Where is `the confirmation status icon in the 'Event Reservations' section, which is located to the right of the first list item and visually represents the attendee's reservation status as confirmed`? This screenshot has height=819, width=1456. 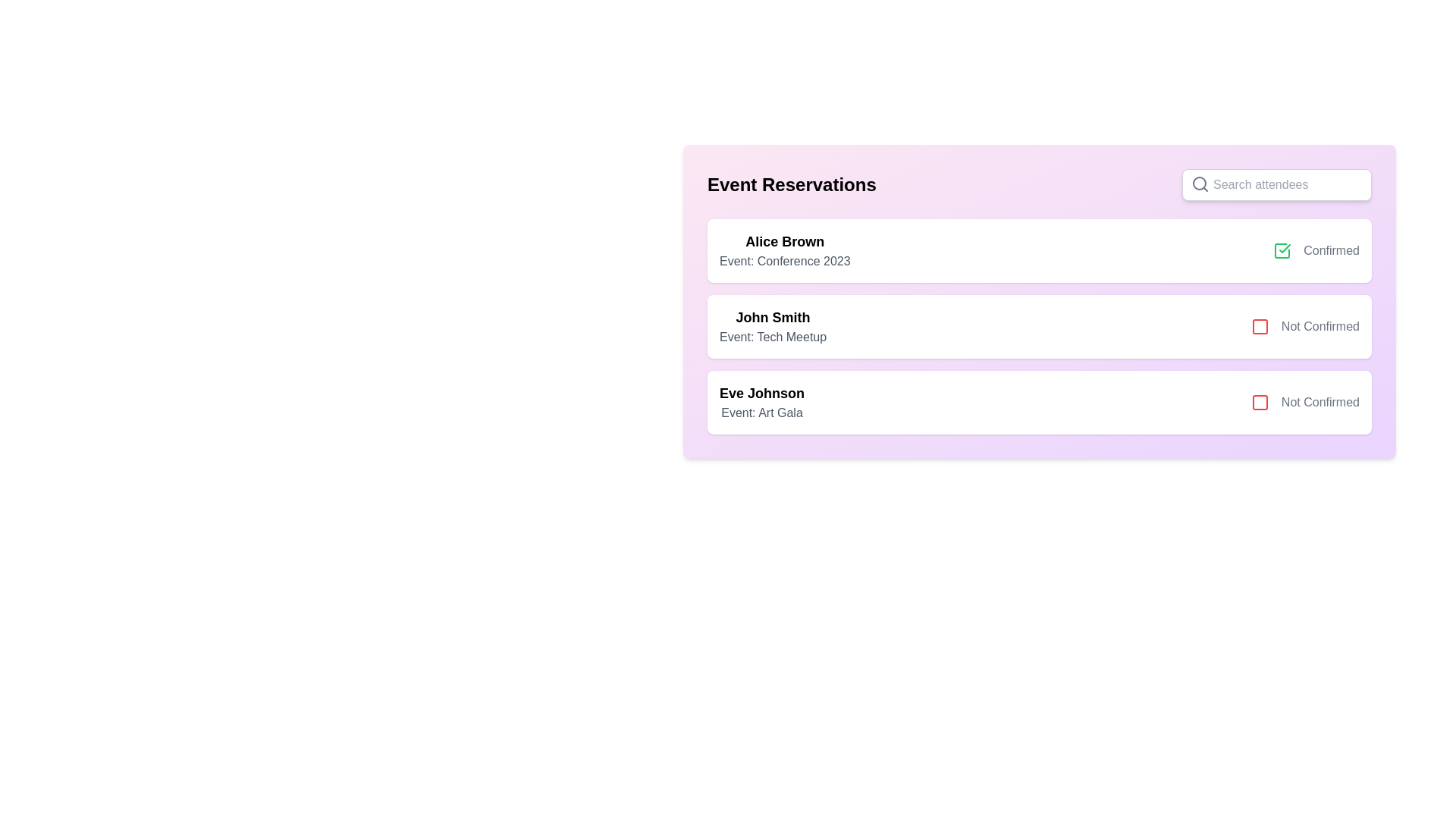
the confirmation status icon in the 'Event Reservations' section, which is located to the right of the first list item and visually represents the attendee's reservation status as confirmed is located at coordinates (1282, 250).